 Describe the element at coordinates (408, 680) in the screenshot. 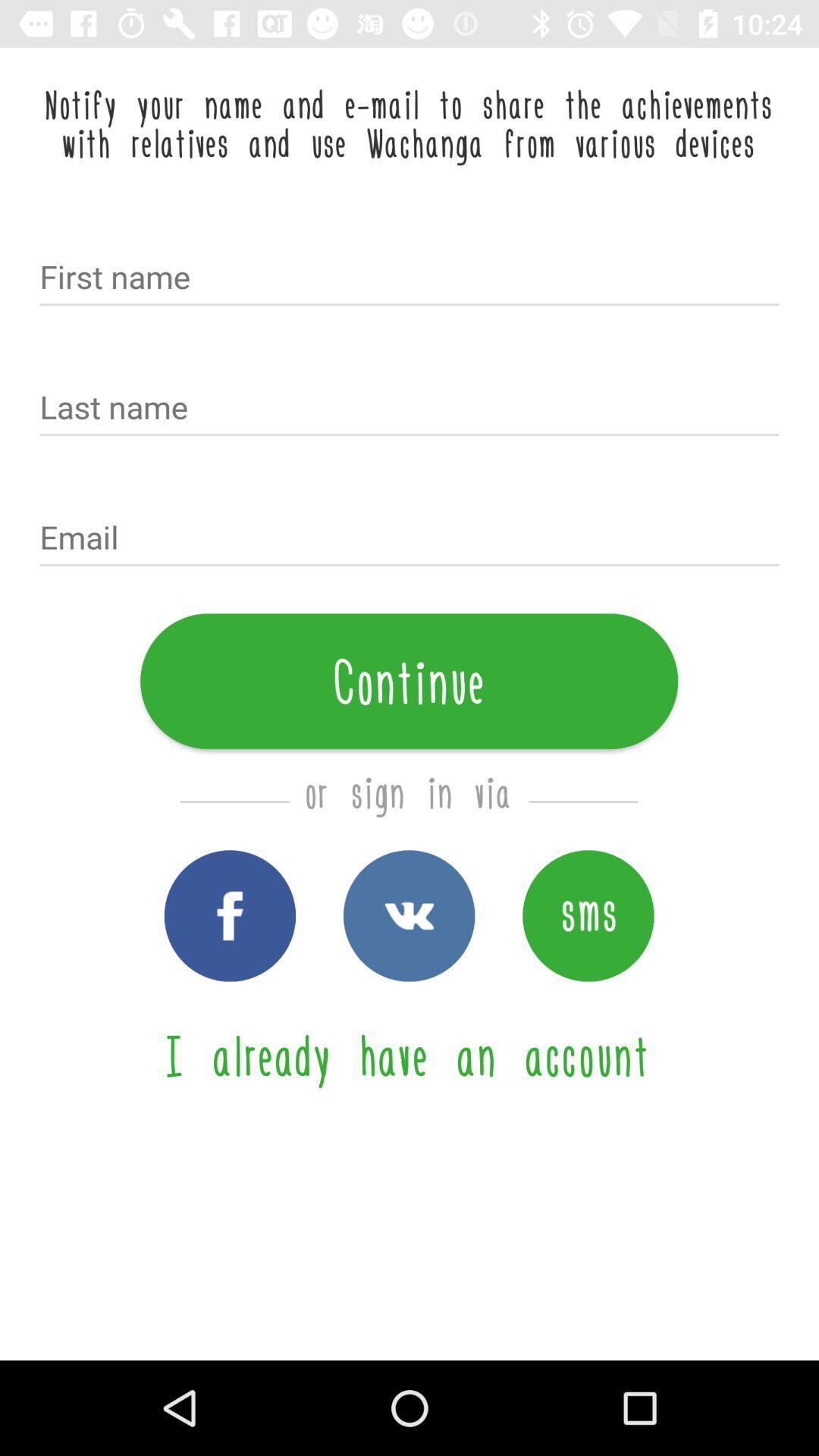

I see `the continue item` at that location.